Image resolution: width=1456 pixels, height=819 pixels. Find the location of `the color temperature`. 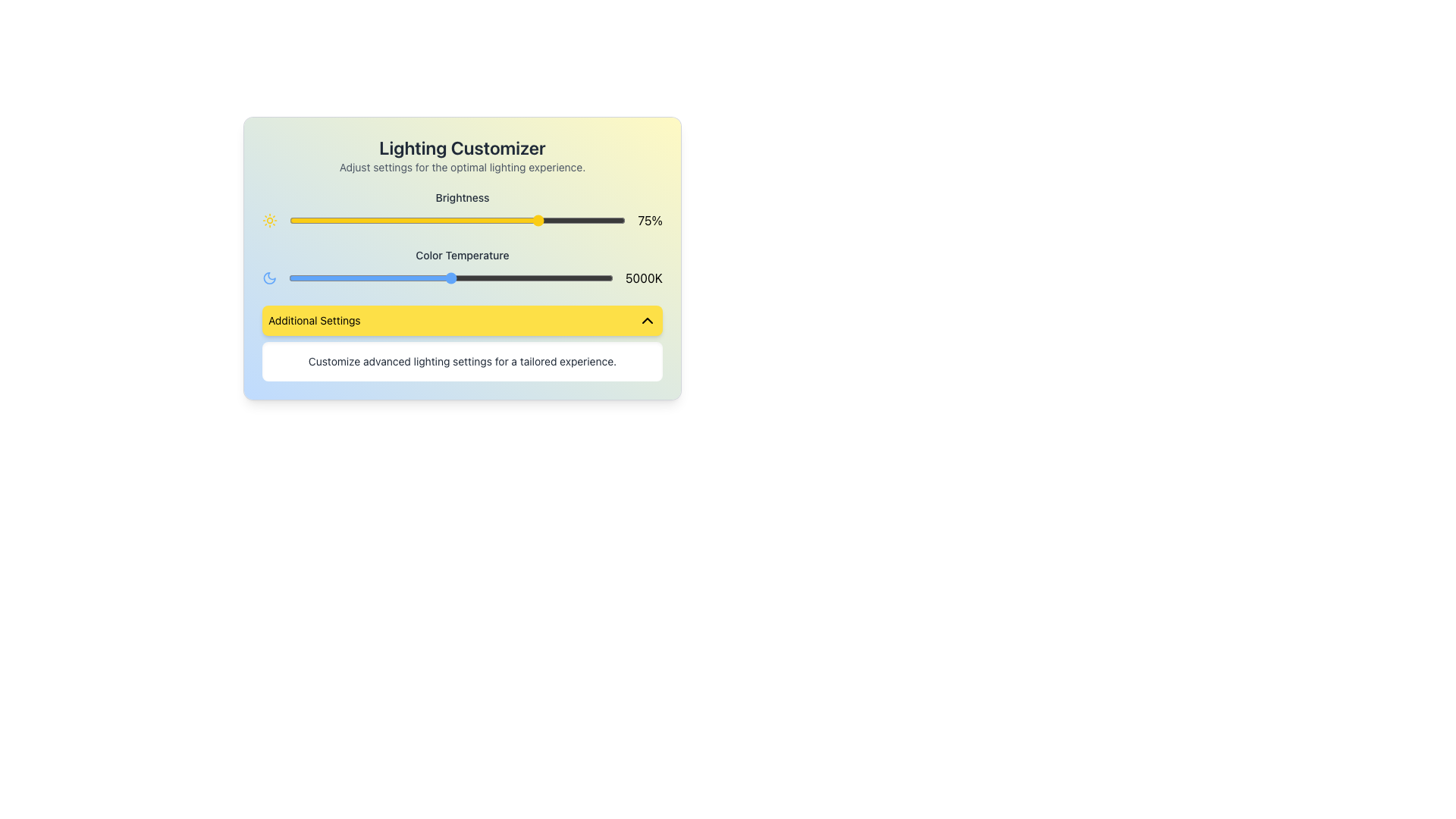

the color temperature is located at coordinates (300, 278).